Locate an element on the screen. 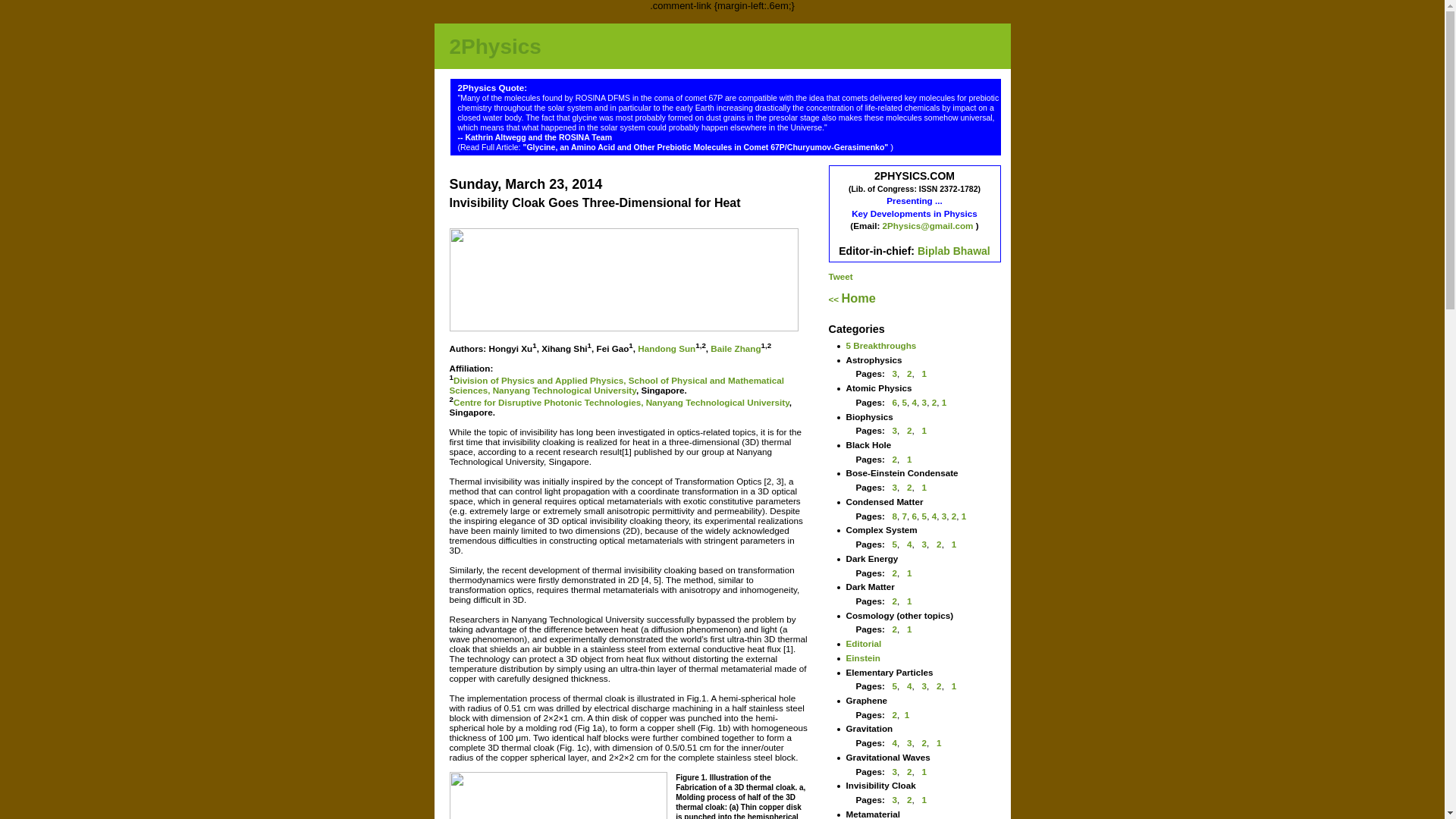 This screenshot has height=819, width=1456. '1' is located at coordinates (924, 487).